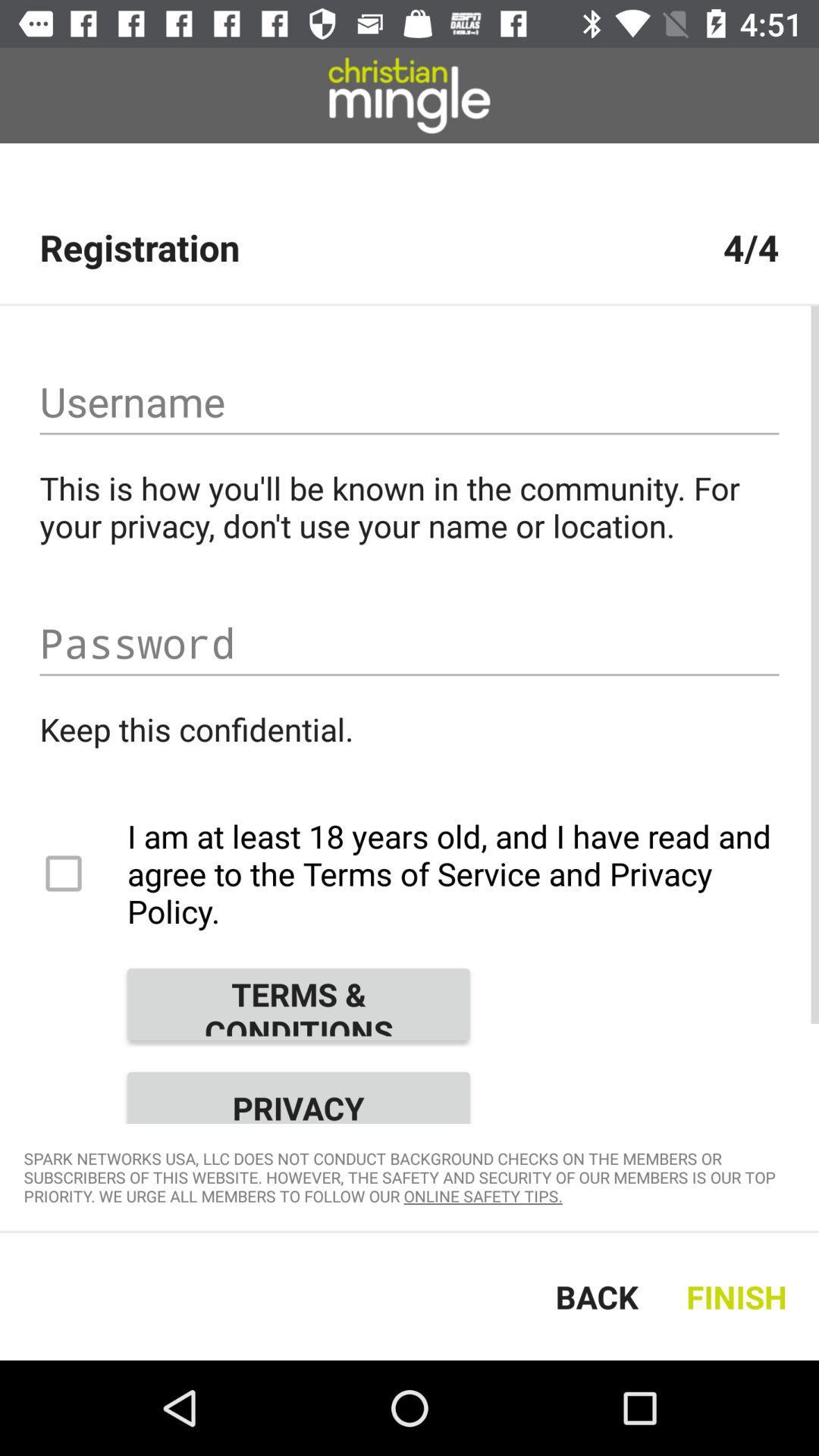 The width and height of the screenshot is (819, 1456). What do you see at coordinates (596, 1295) in the screenshot?
I see `the back item` at bounding box center [596, 1295].